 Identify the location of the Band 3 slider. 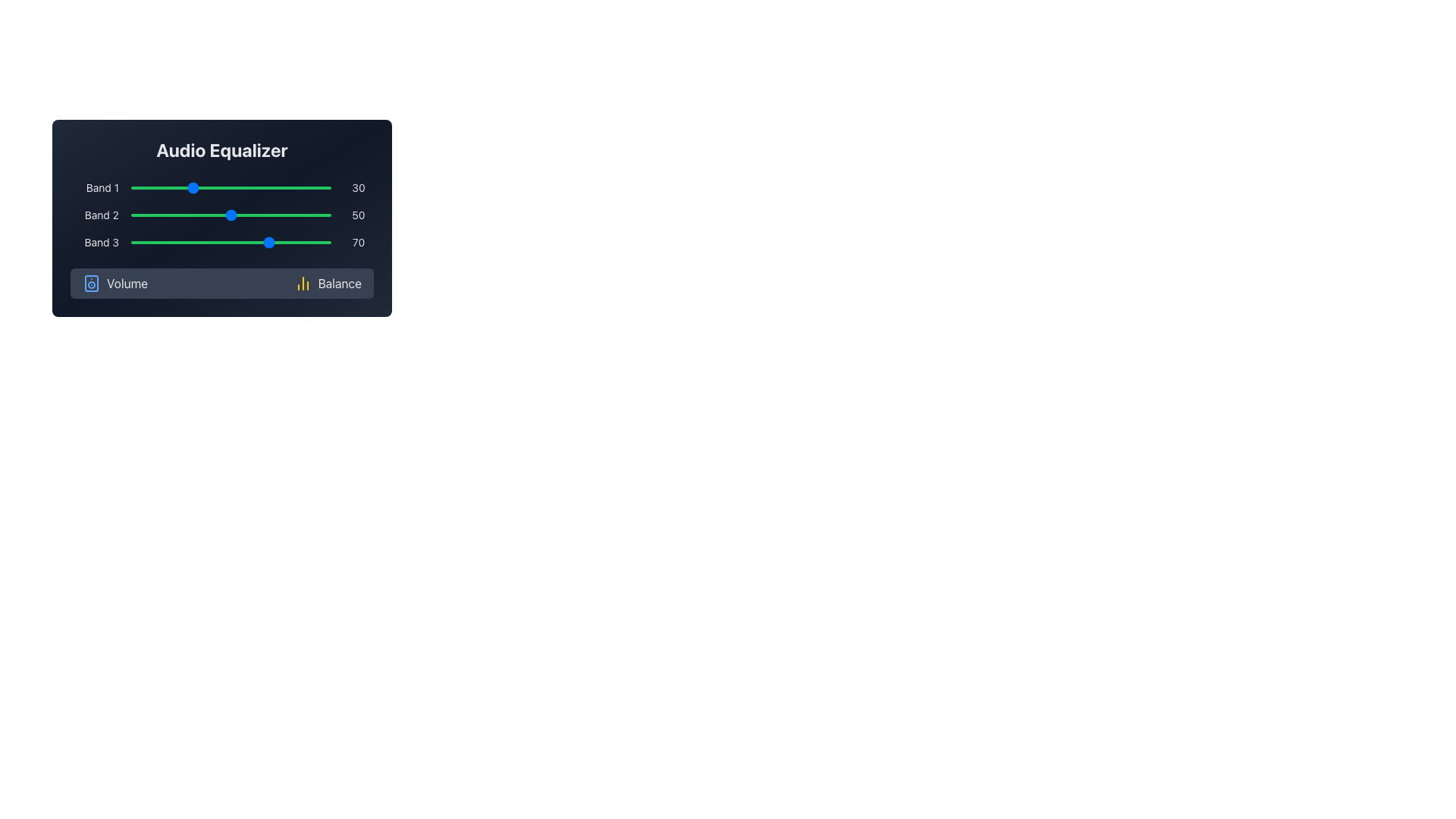
(232, 242).